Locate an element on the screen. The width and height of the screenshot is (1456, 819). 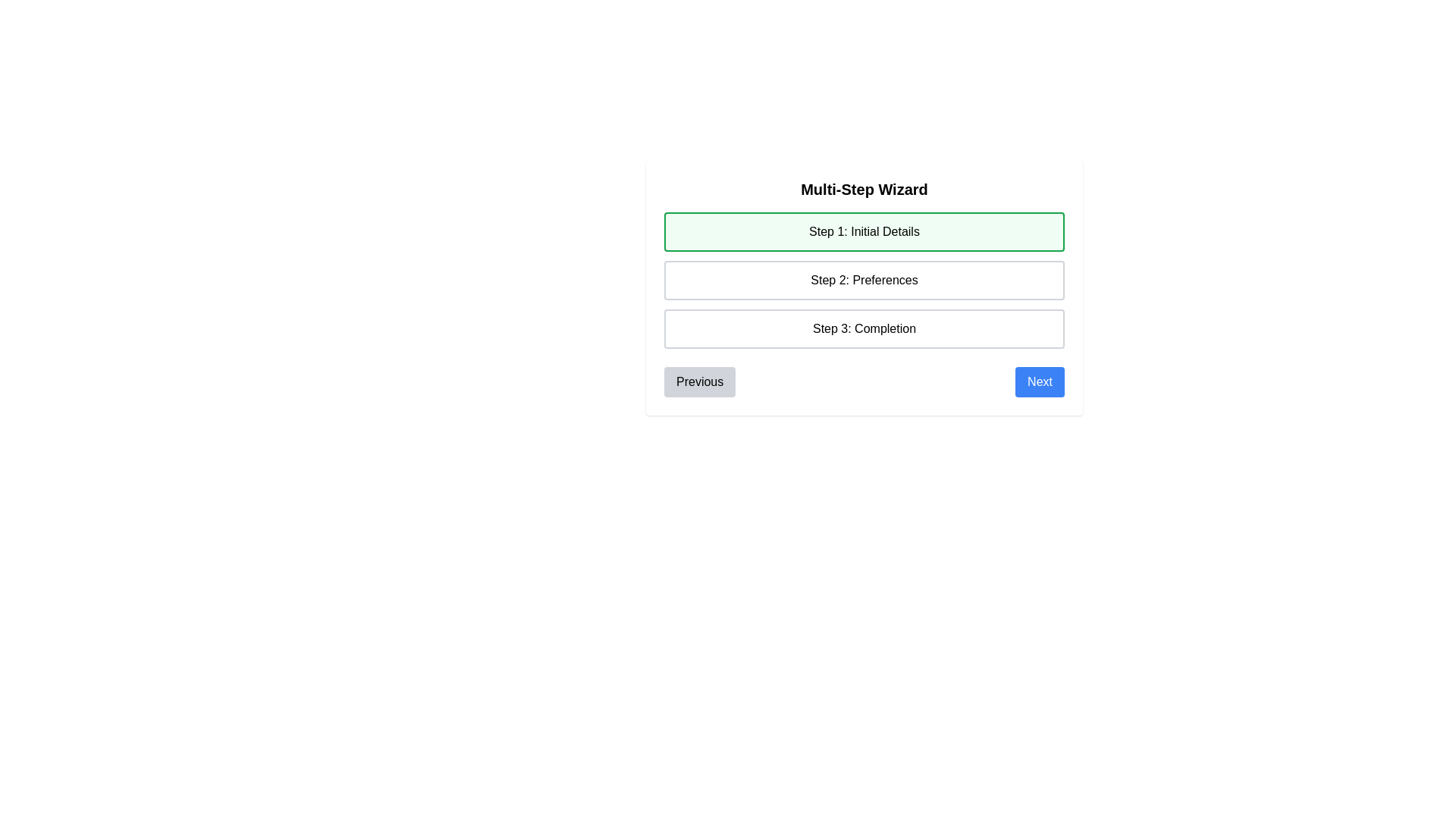
the informational box labeled 'Step 1: Initial Details', which has a light green background and is outlined with a green border, positioned beneath the title 'Multi-Step Wizard' is located at coordinates (864, 231).